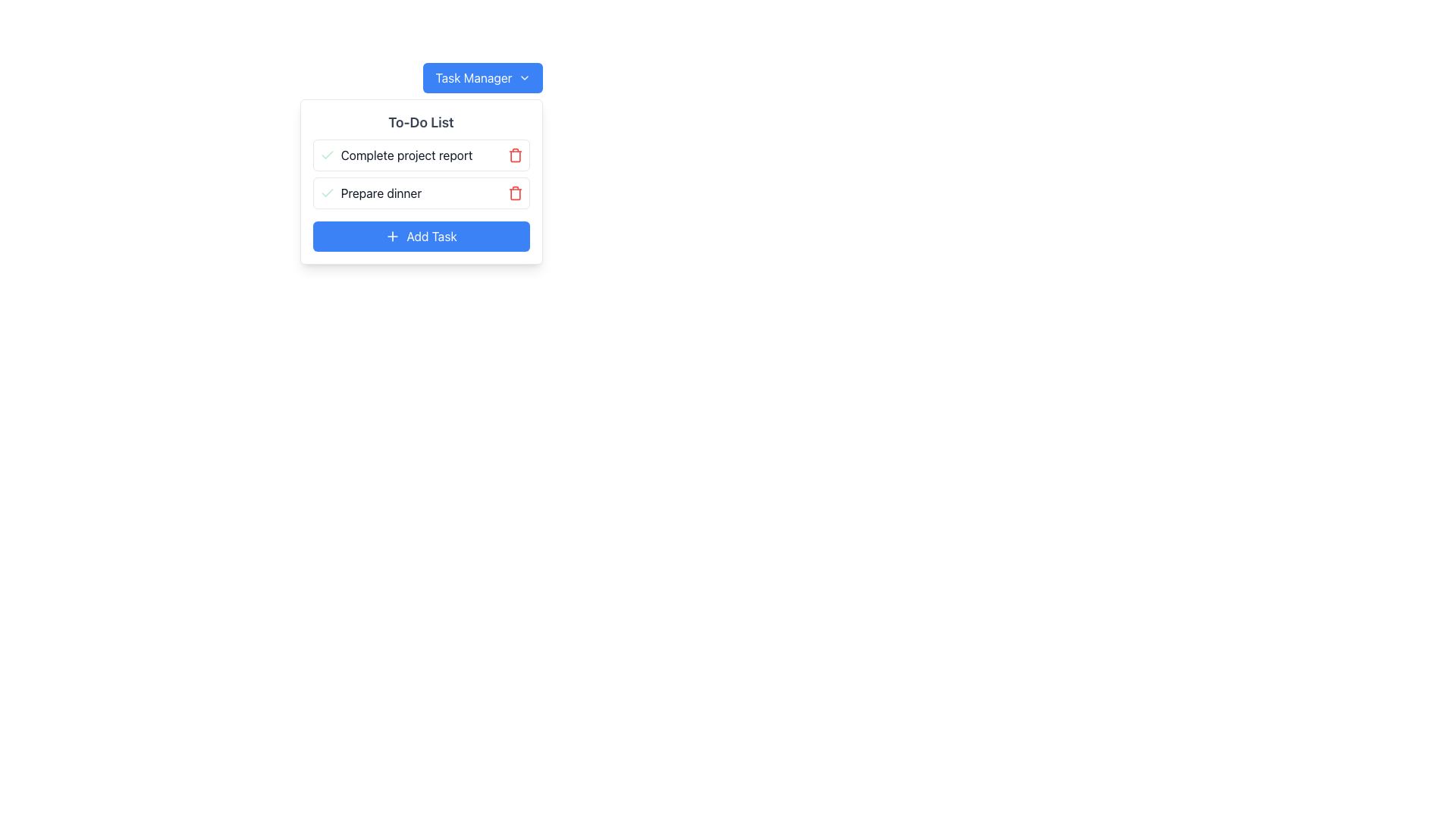  Describe the element at coordinates (396, 155) in the screenshot. I see `the text label displaying the task's title in the to-do list, which is the first task listed below the 'To-Do List' heading` at that location.